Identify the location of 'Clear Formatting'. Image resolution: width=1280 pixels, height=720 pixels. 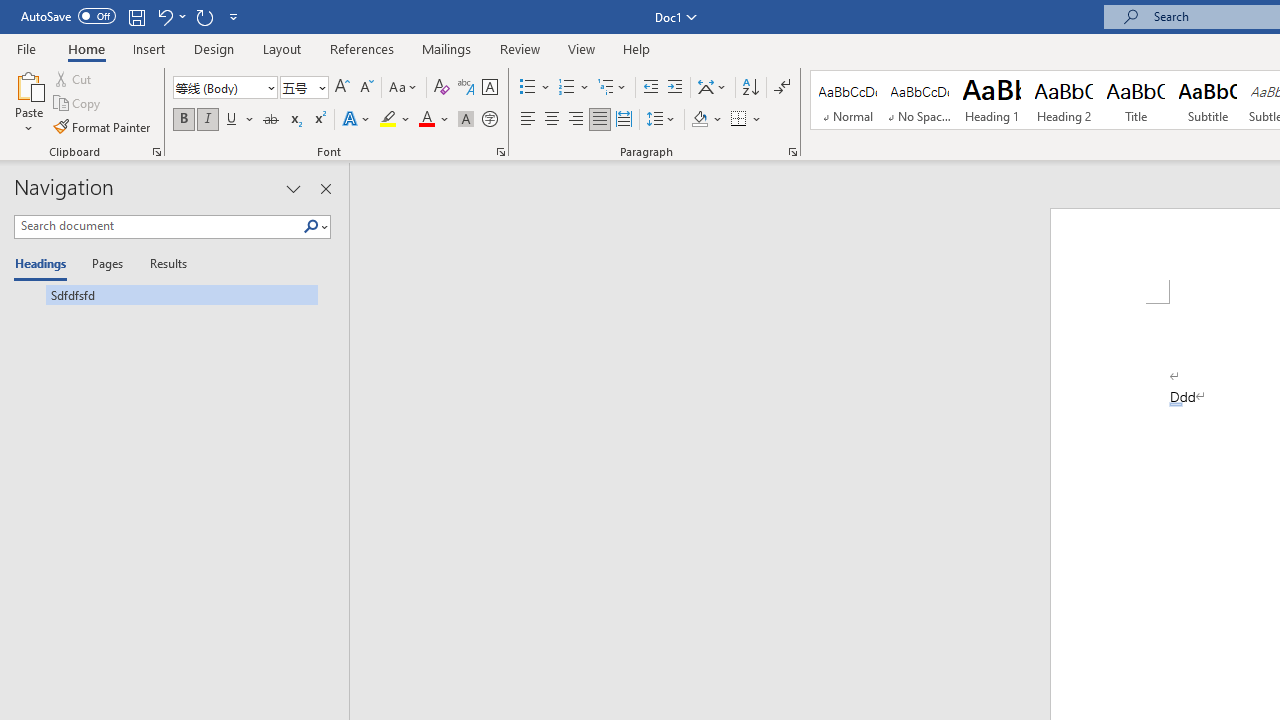
(441, 86).